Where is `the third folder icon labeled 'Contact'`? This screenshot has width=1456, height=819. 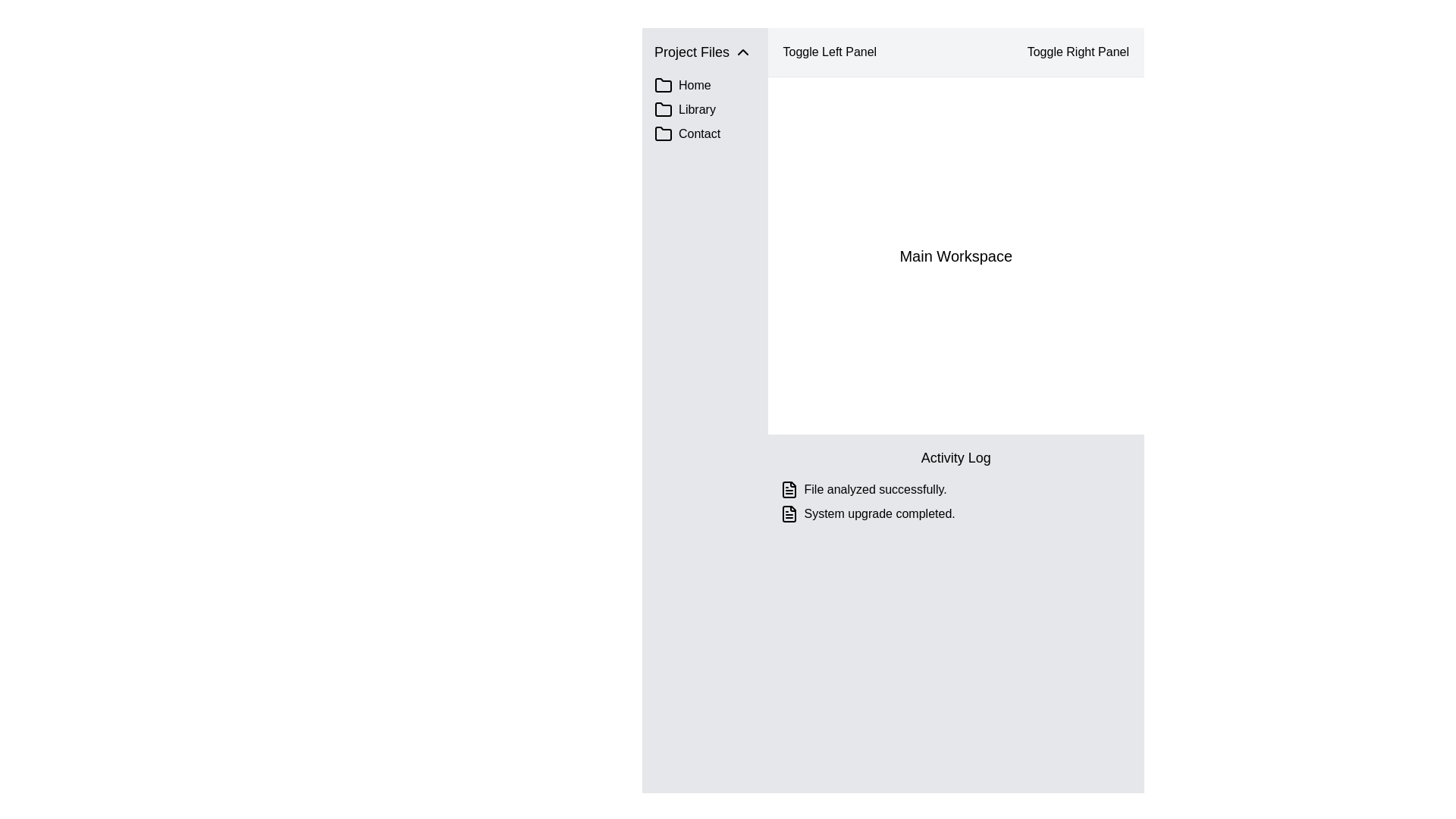
the third folder icon labeled 'Contact' is located at coordinates (663, 133).